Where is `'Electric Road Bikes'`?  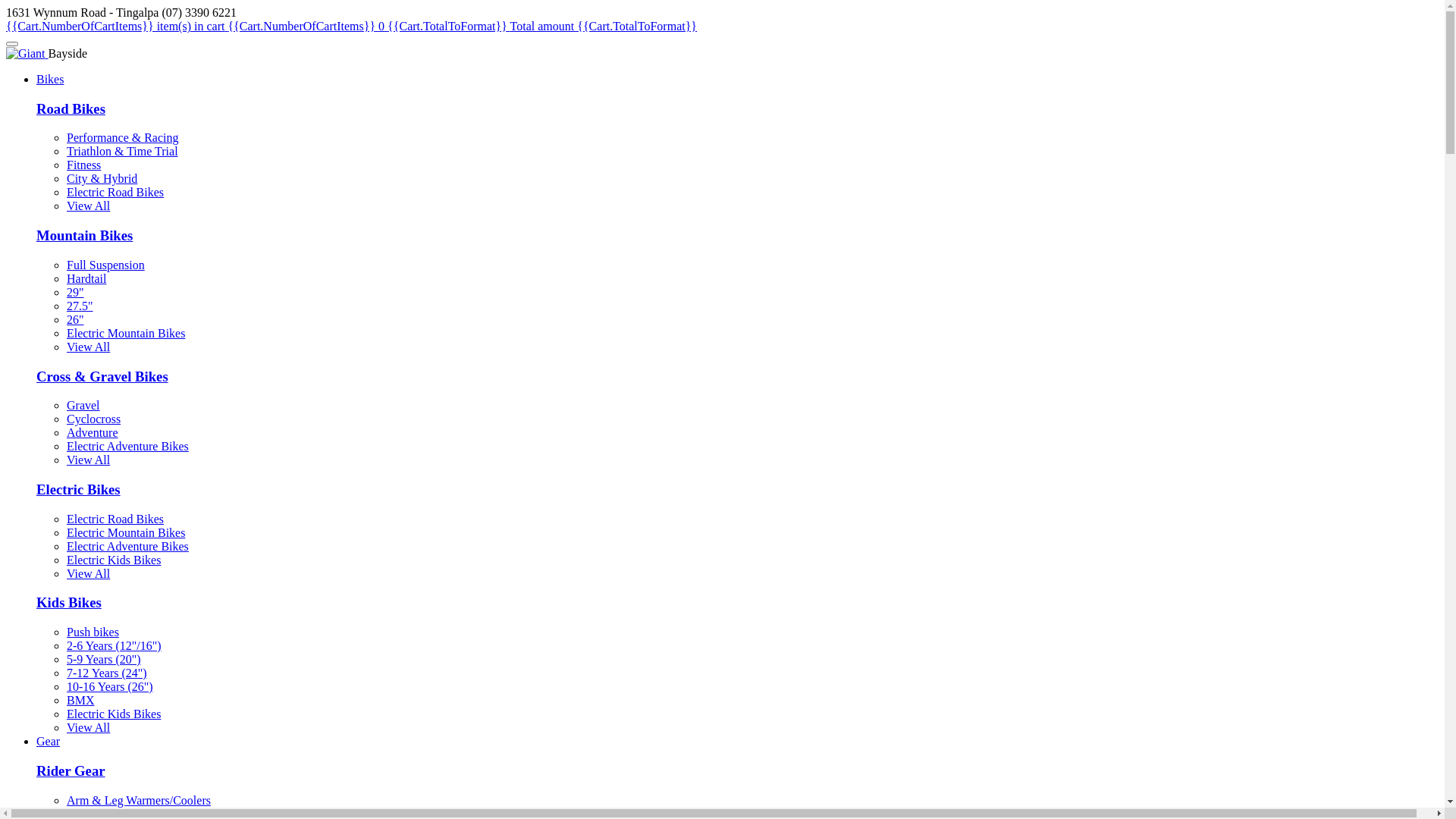
'Electric Road Bikes' is located at coordinates (115, 518).